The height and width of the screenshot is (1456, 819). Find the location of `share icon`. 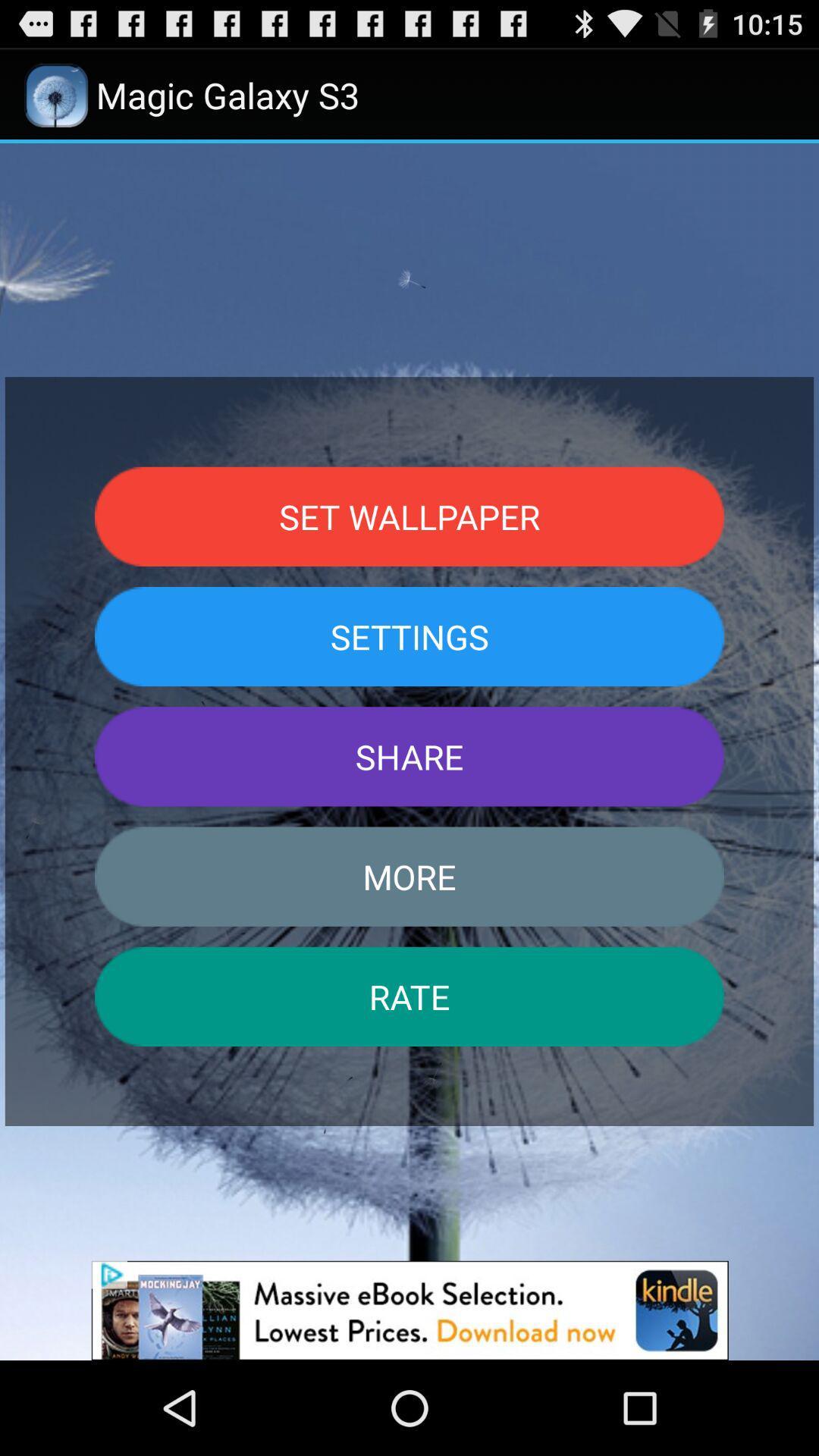

share icon is located at coordinates (409, 756).